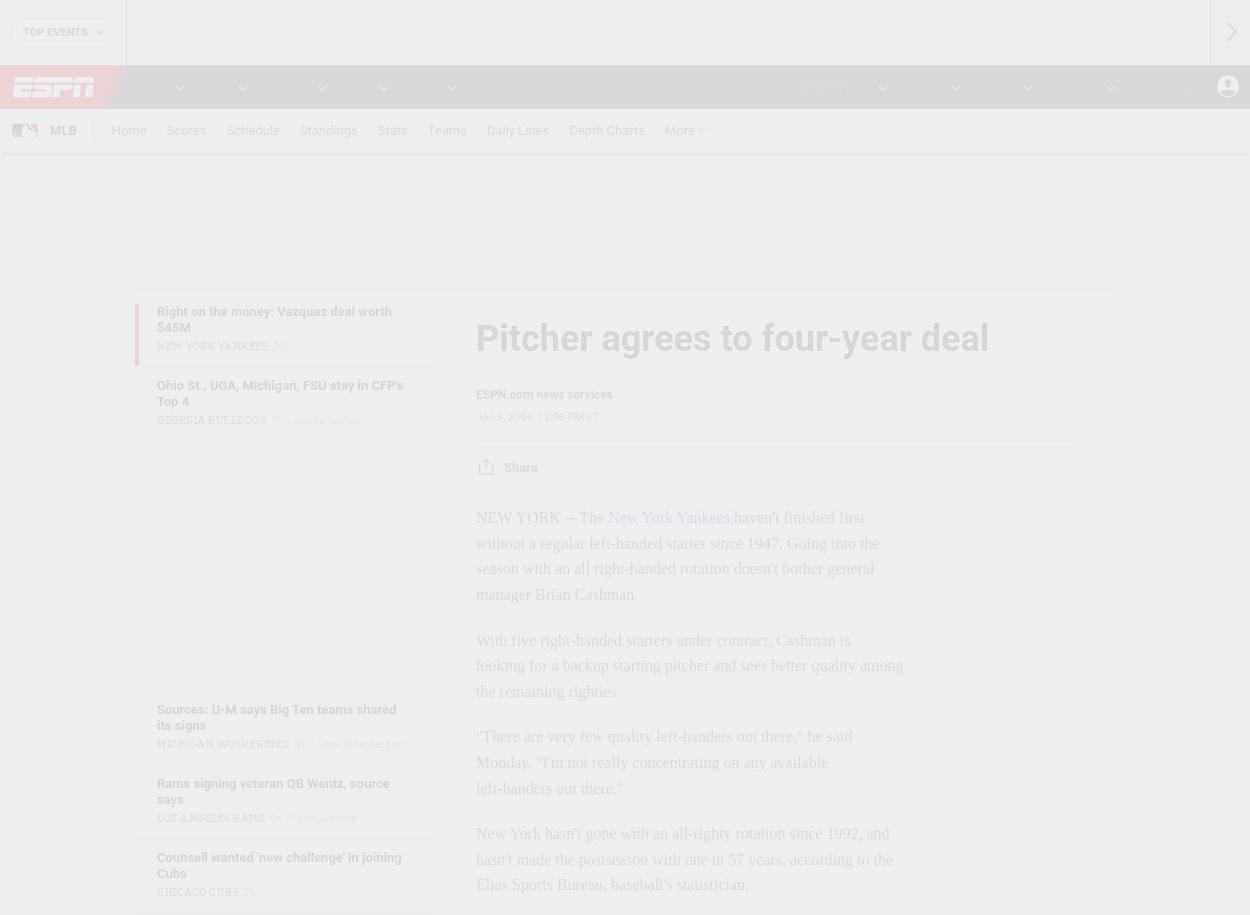 The image size is (1250, 915). I want to click on 'Georgia Bulldogs', so click(210, 419).